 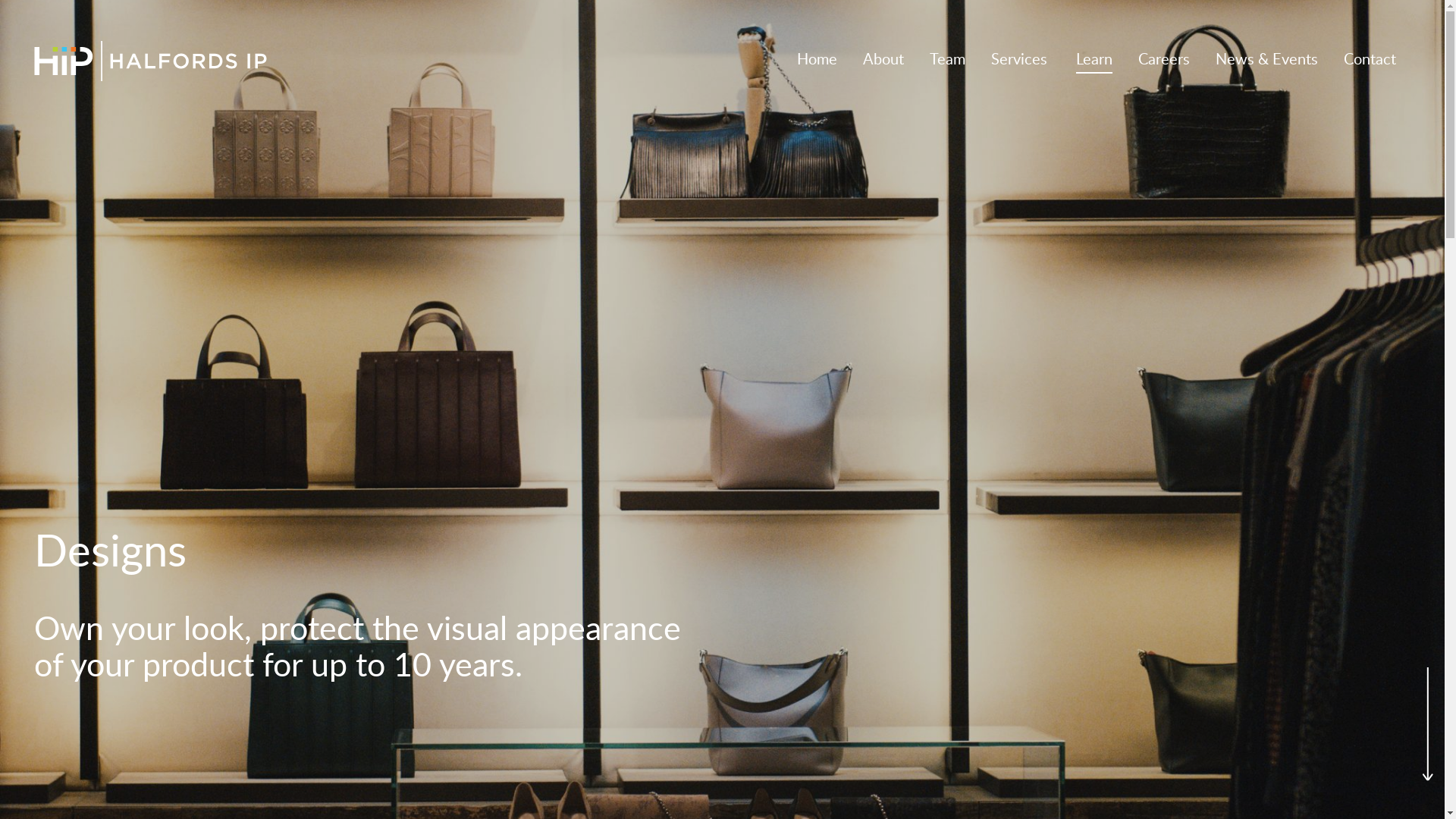 I want to click on 'About', so click(x=883, y=60).